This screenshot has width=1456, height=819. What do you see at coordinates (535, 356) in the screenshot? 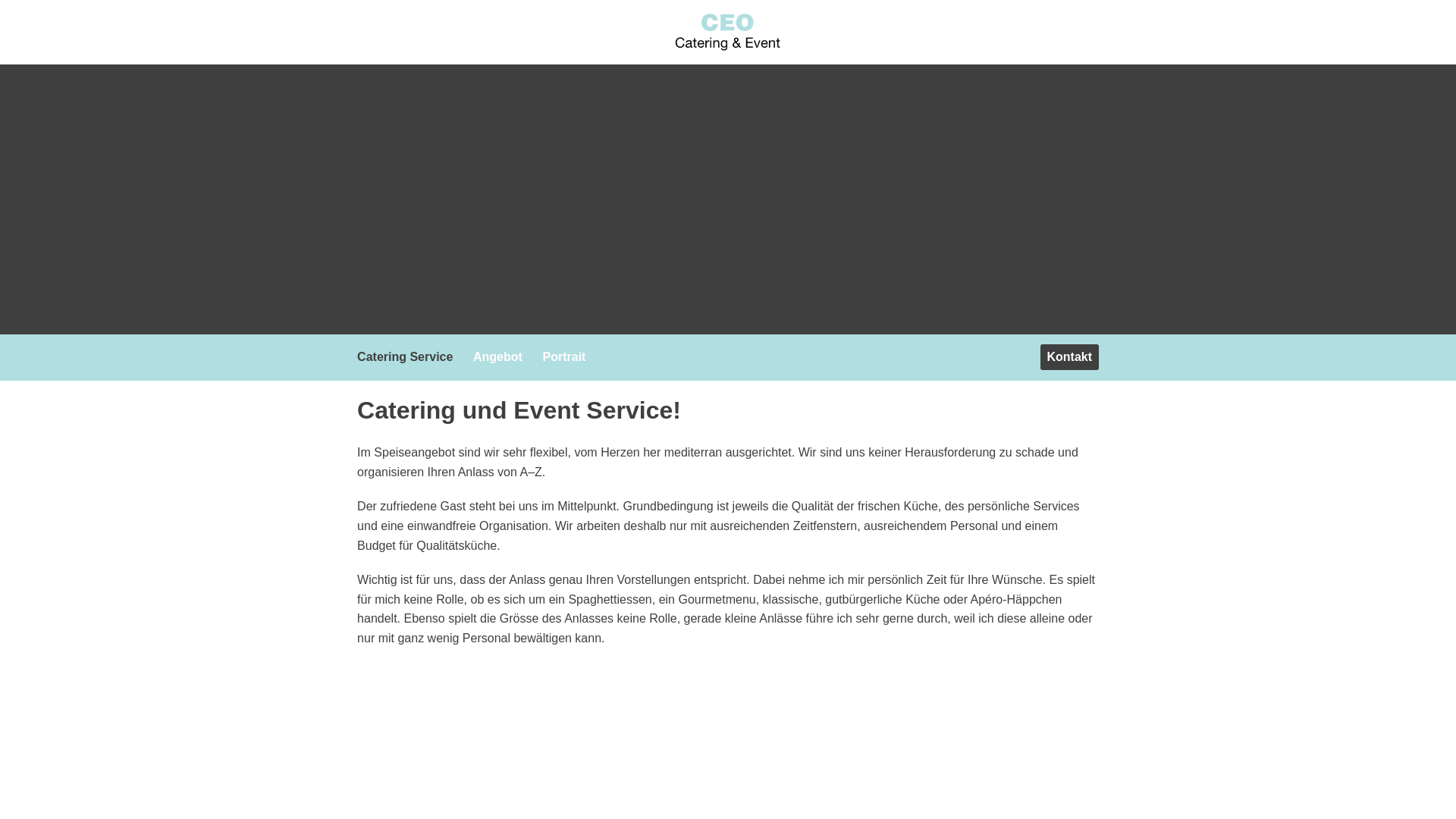
I see `'Portrait'` at bounding box center [535, 356].